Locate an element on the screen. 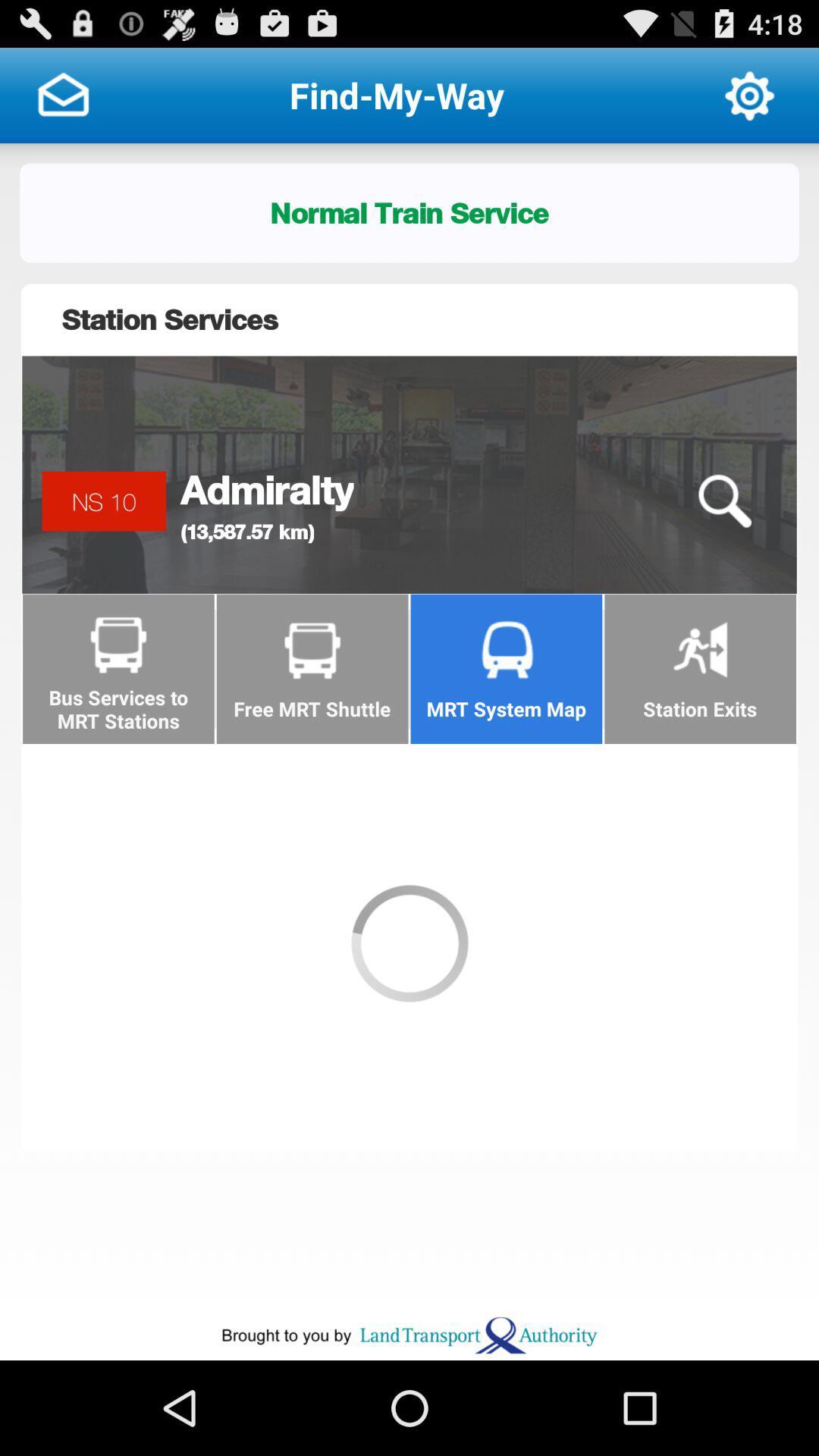 The width and height of the screenshot is (819, 1456). click on the message option is located at coordinates (62, 94).